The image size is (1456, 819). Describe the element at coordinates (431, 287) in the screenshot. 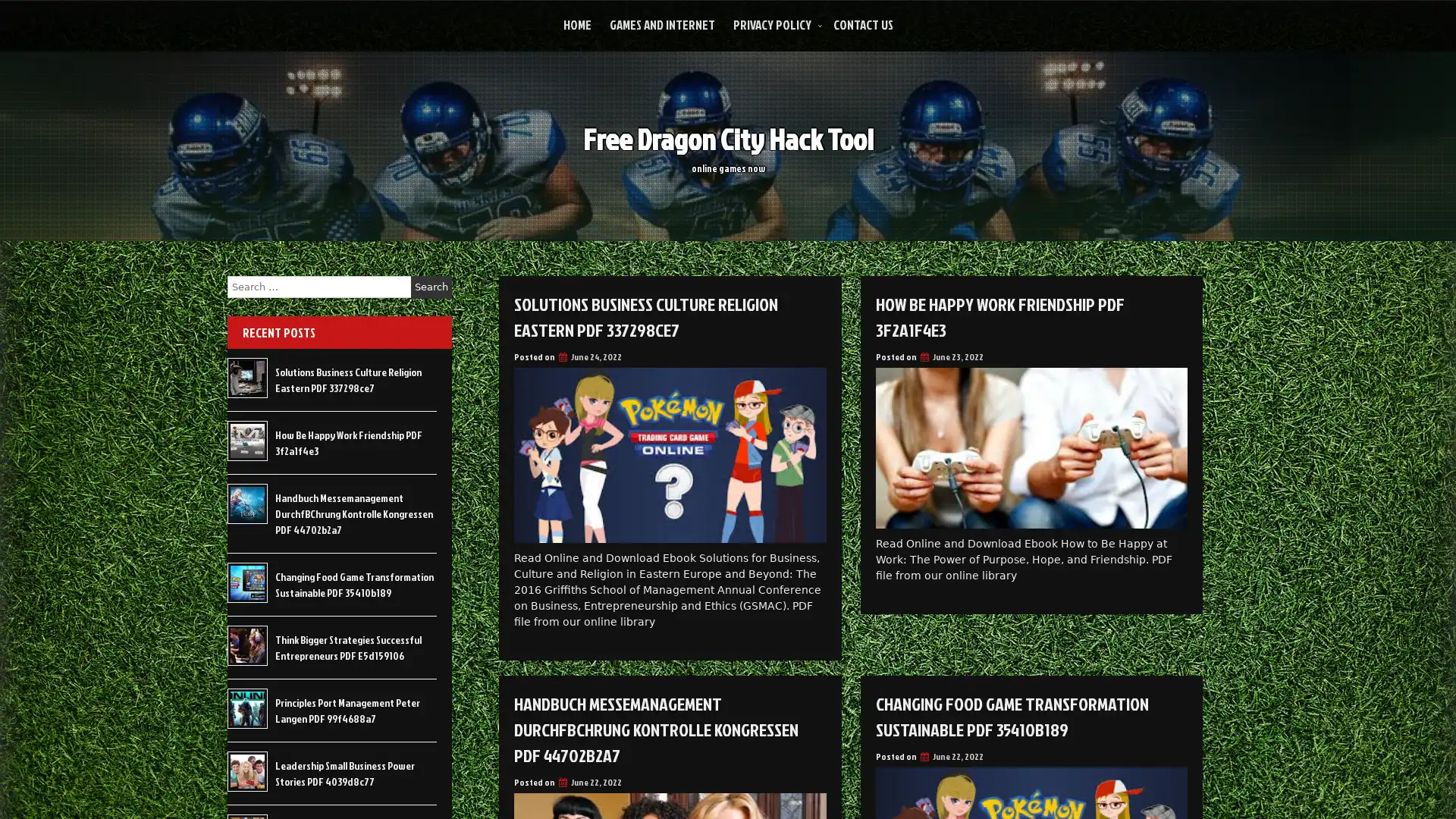

I see `Search` at that location.